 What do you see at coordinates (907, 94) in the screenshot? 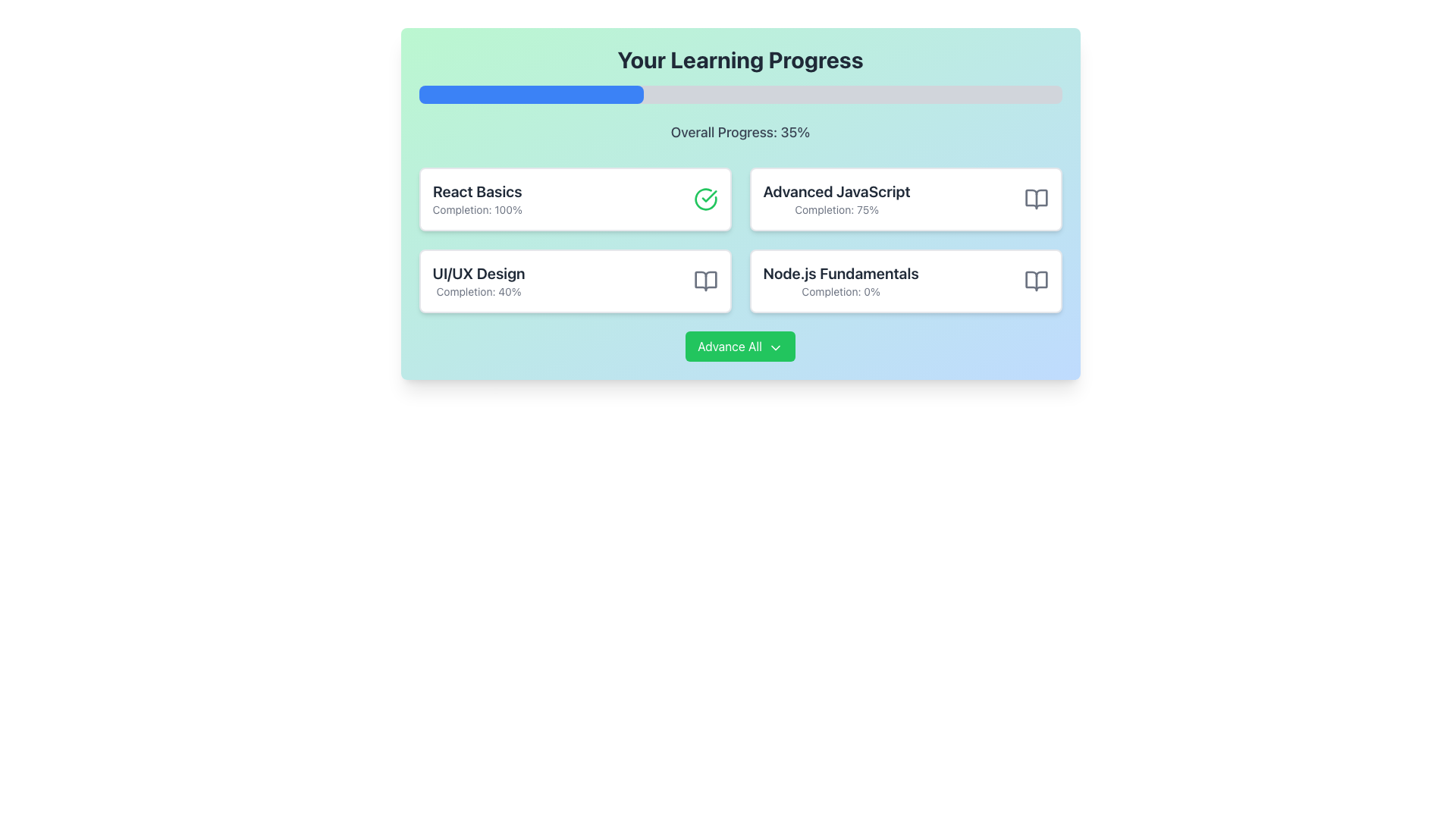
I see `progress` at bounding box center [907, 94].